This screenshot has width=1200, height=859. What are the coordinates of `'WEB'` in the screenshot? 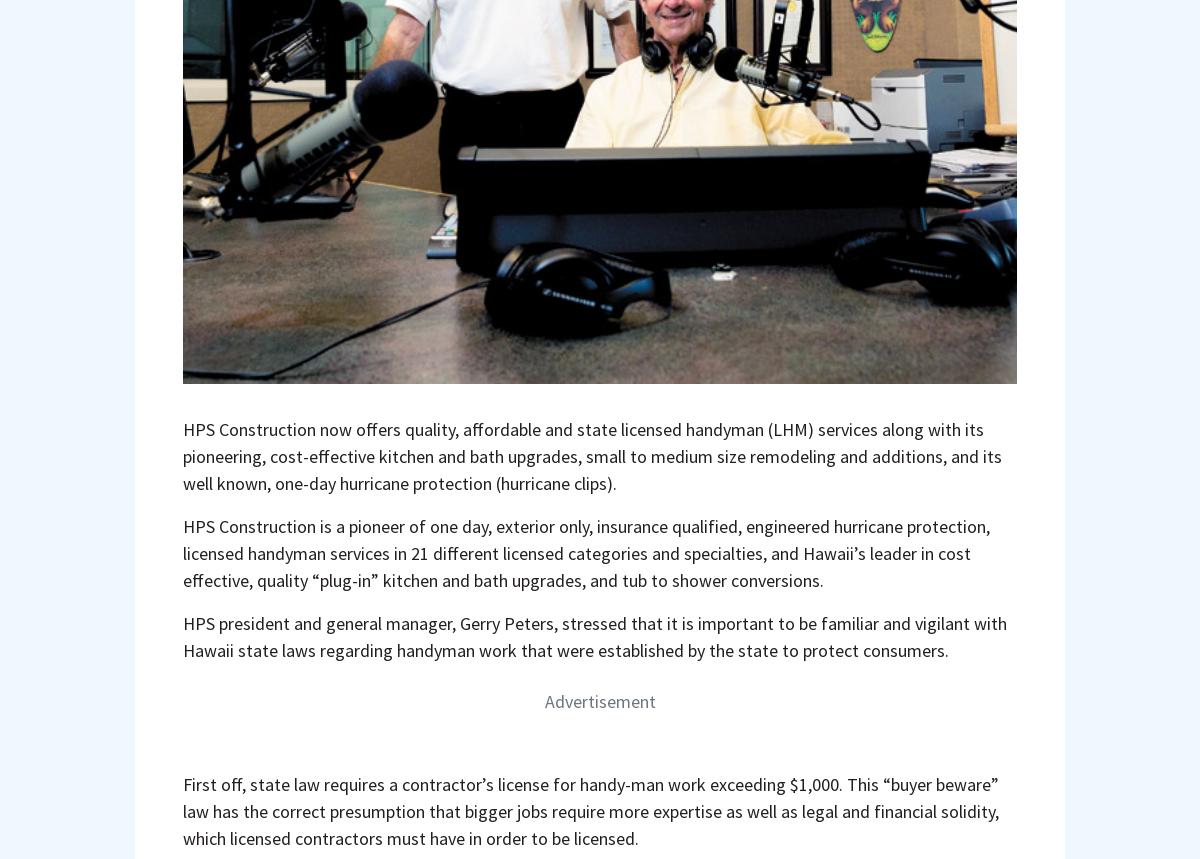 It's located at (201, 194).